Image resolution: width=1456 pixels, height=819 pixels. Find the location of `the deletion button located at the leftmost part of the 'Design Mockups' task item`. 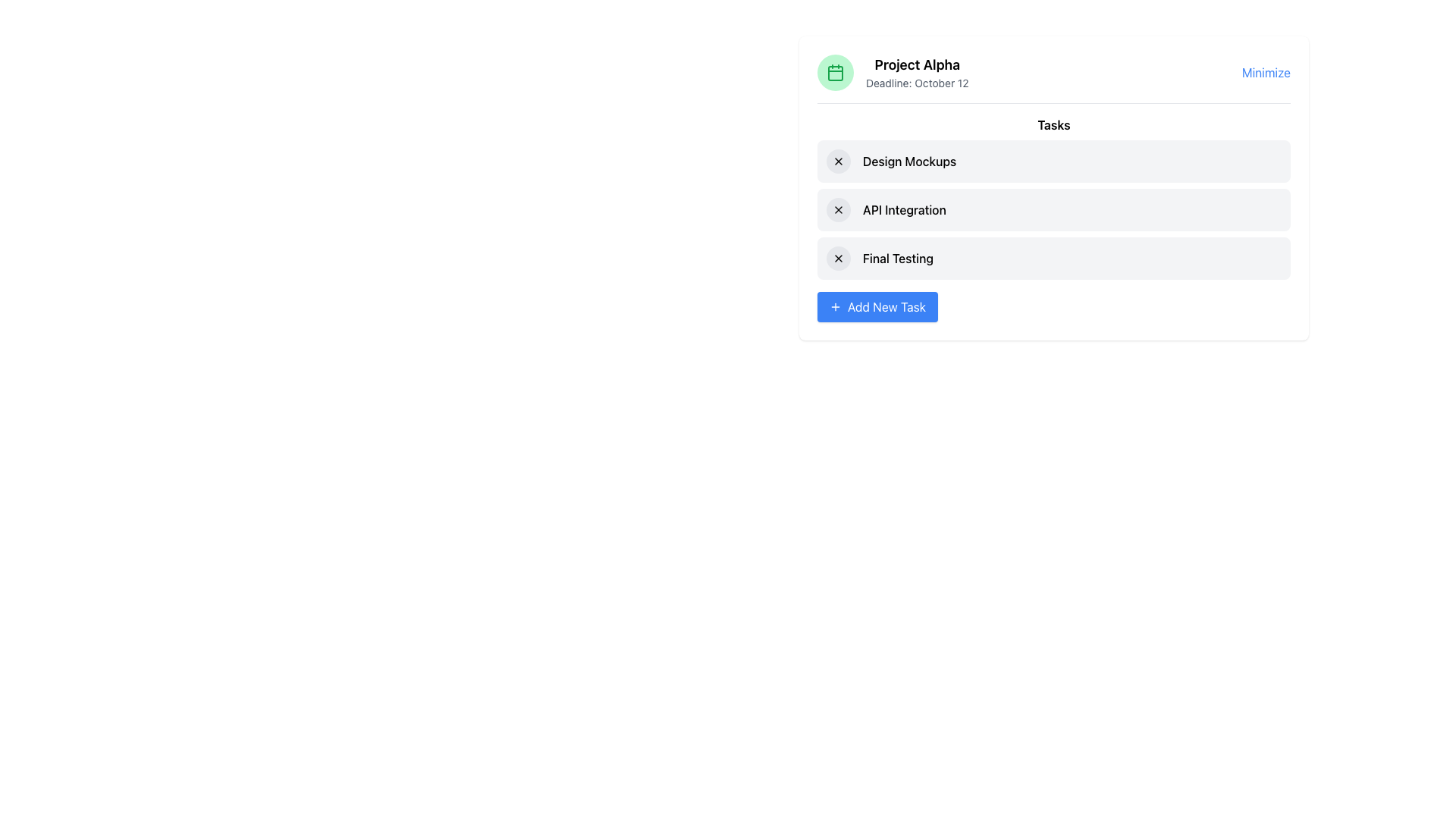

the deletion button located at the leftmost part of the 'Design Mockups' task item is located at coordinates (837, 161).